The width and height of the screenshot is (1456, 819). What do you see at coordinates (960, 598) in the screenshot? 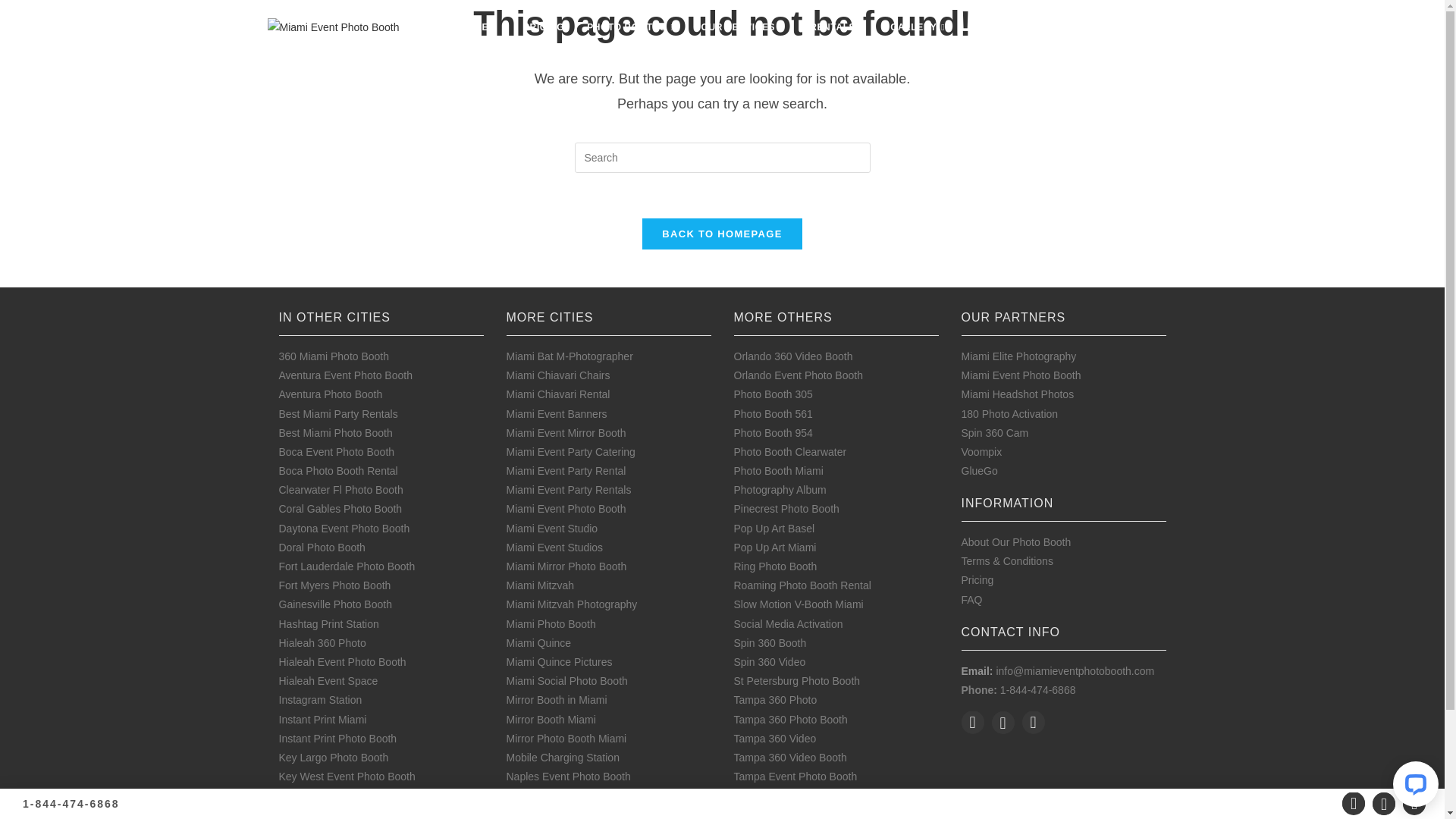
I see `'FAQ'` at bounding box center [960, 598].